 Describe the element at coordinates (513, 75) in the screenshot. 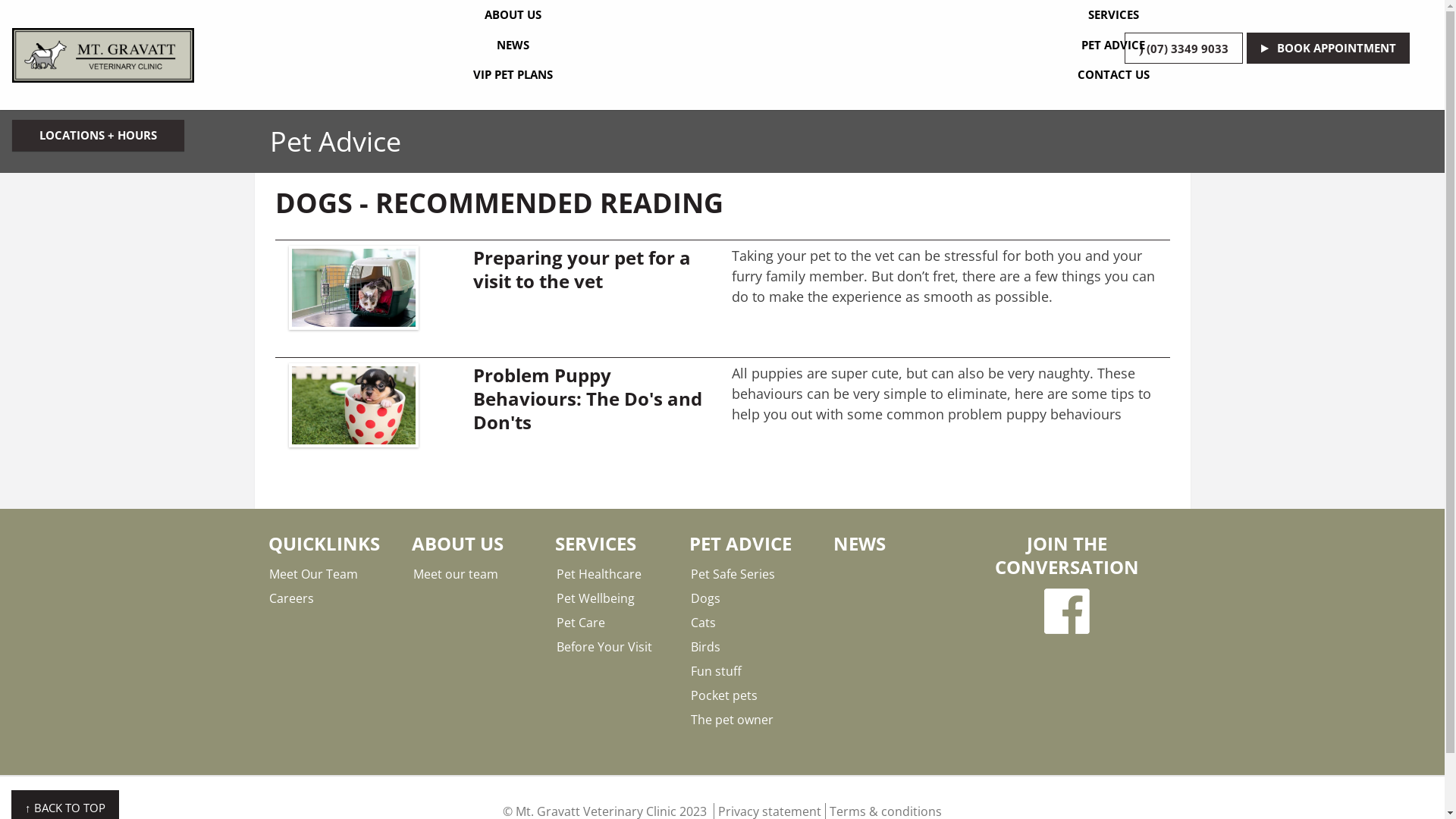

I see `'VIP PET PLANS'` at that location.